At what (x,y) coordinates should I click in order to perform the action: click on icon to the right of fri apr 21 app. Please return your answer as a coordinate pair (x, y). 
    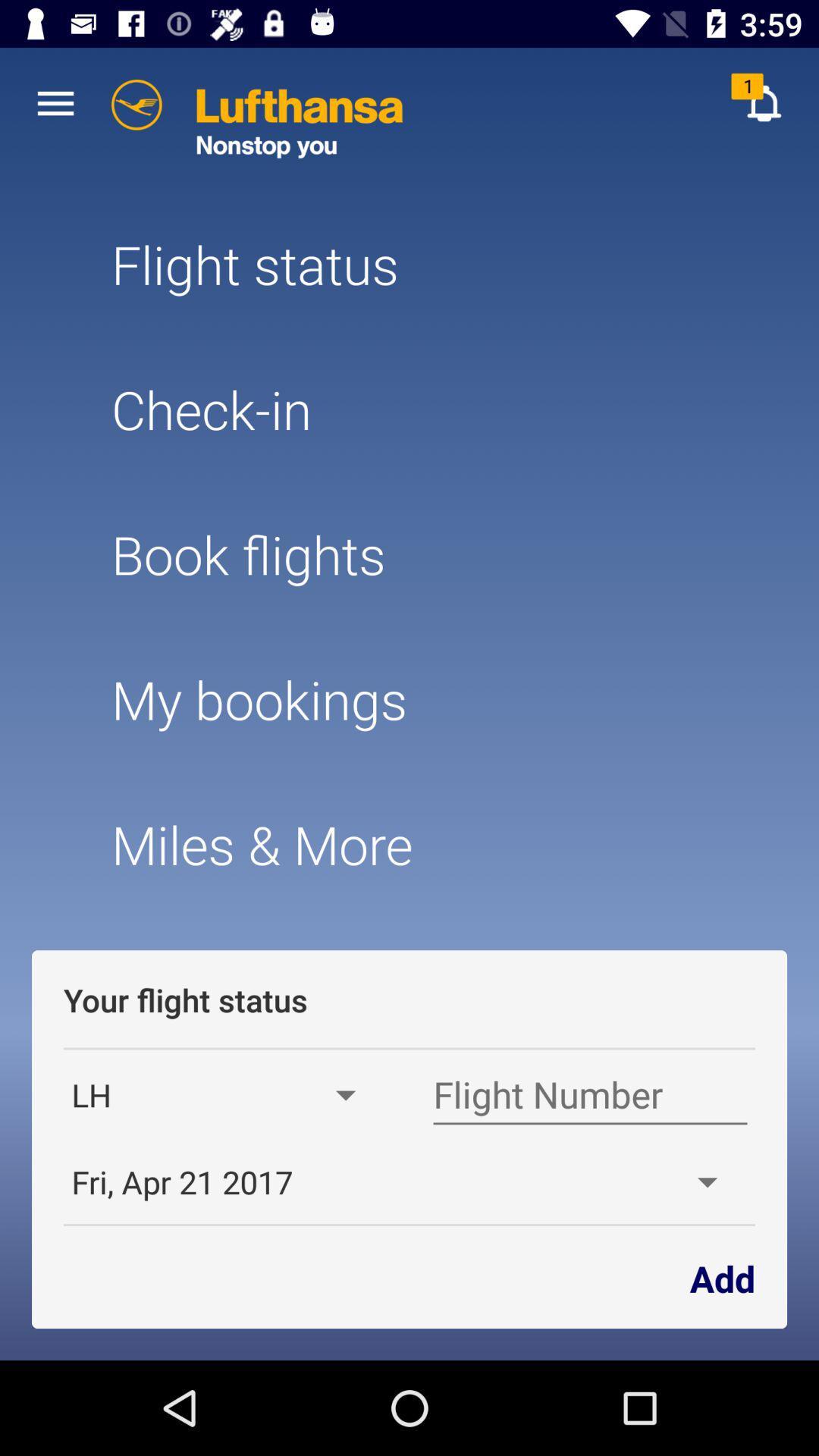
    Looking at the image, I should click on (721, 1276).